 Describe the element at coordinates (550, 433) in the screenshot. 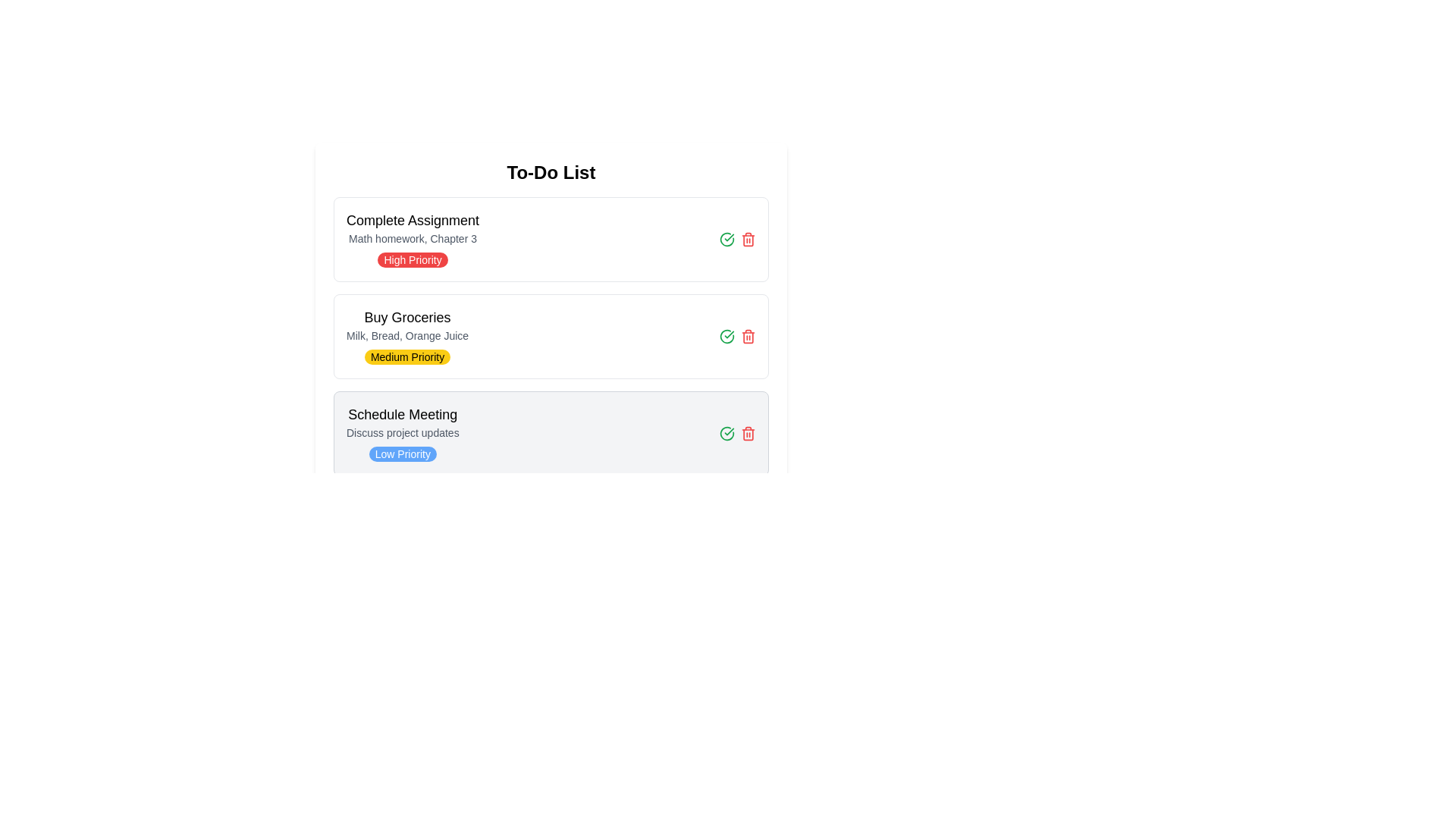

I see `the Task Item element in the to-do list, which is located below the 'Buy Groceries' item` at that location.